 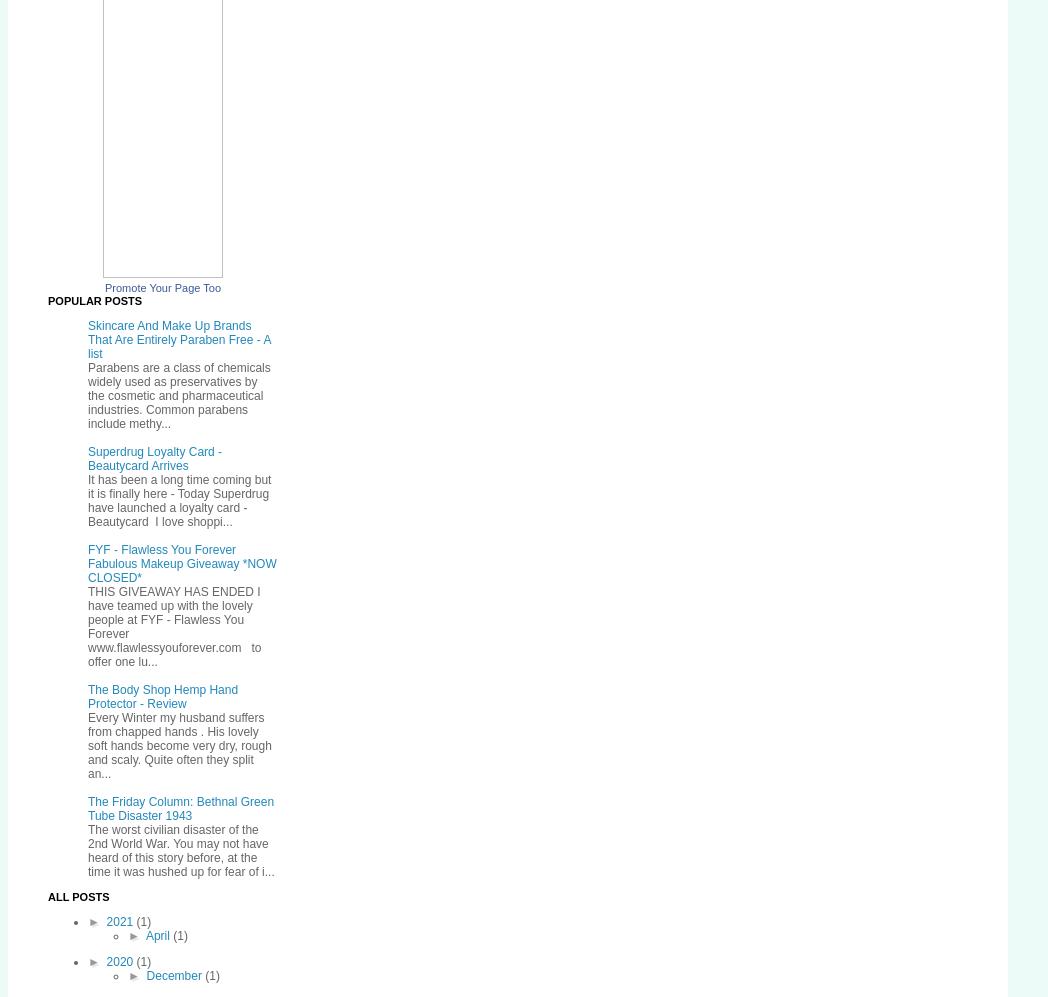 I want to click on 'April', so click(x=158, y=935).